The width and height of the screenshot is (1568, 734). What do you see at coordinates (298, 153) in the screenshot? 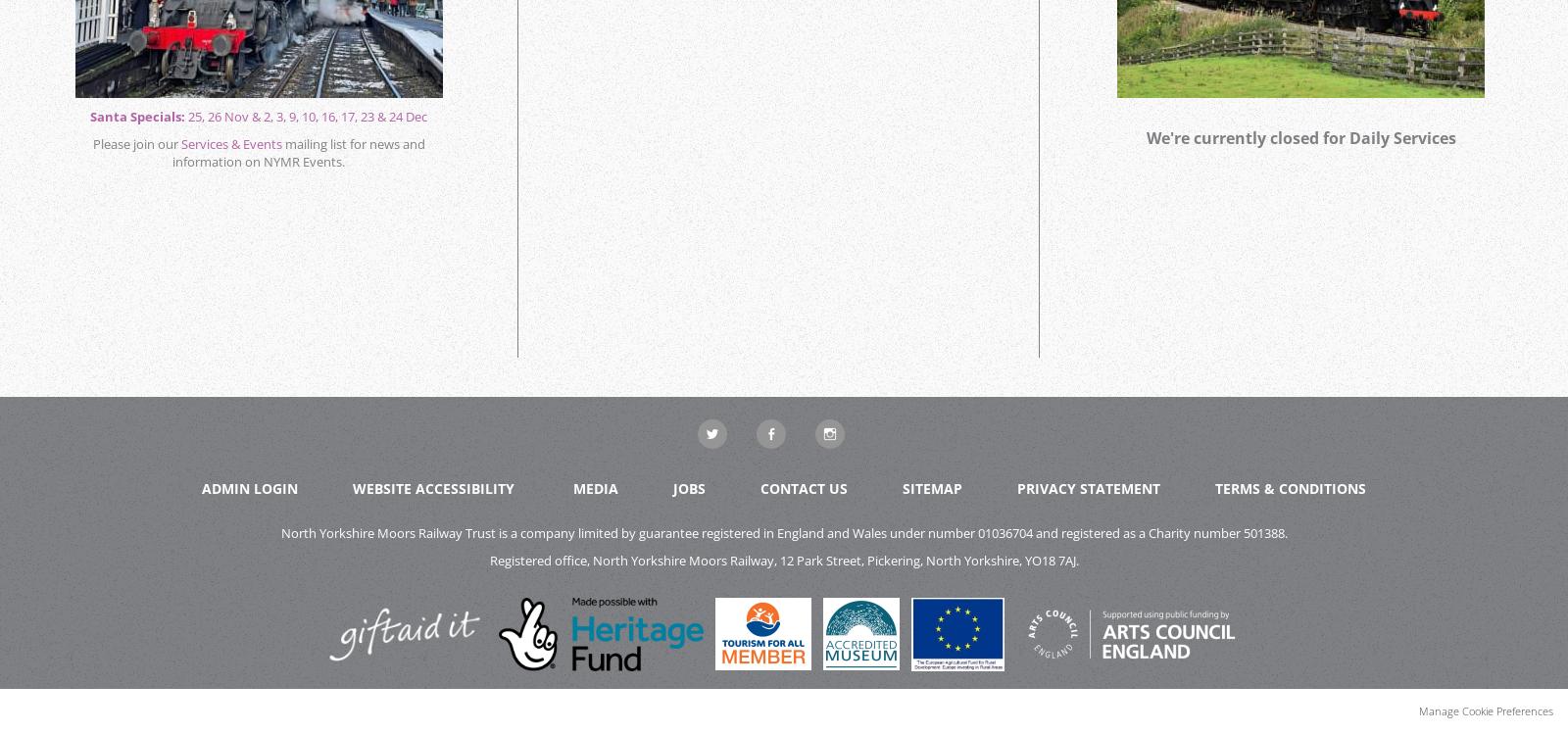
I see `'mailing list for news and information on NYMR Events.'` at bounding box center [298, 153].